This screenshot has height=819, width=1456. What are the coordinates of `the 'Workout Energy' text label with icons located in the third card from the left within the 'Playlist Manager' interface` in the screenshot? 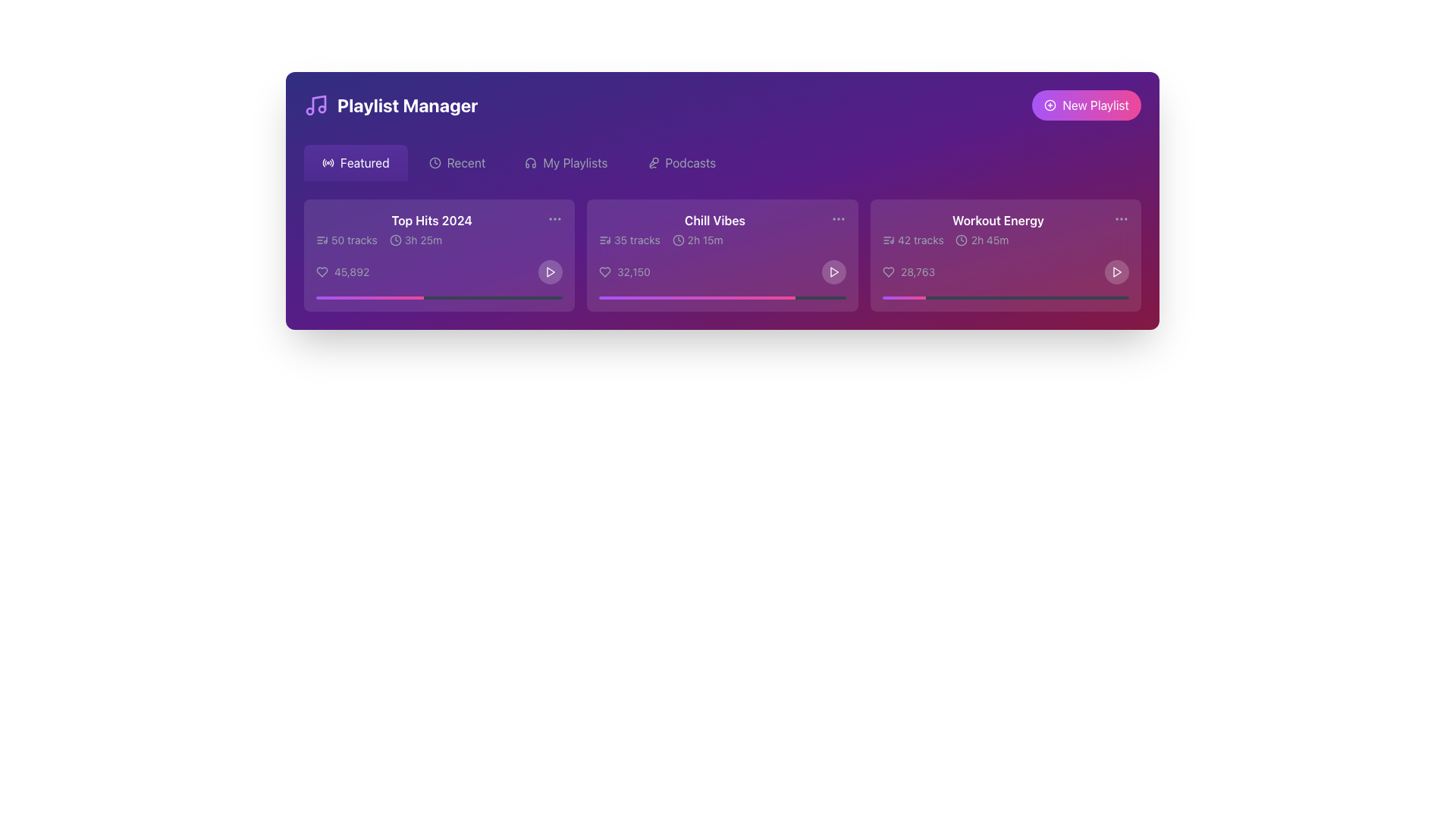 It's located at (998, 230).